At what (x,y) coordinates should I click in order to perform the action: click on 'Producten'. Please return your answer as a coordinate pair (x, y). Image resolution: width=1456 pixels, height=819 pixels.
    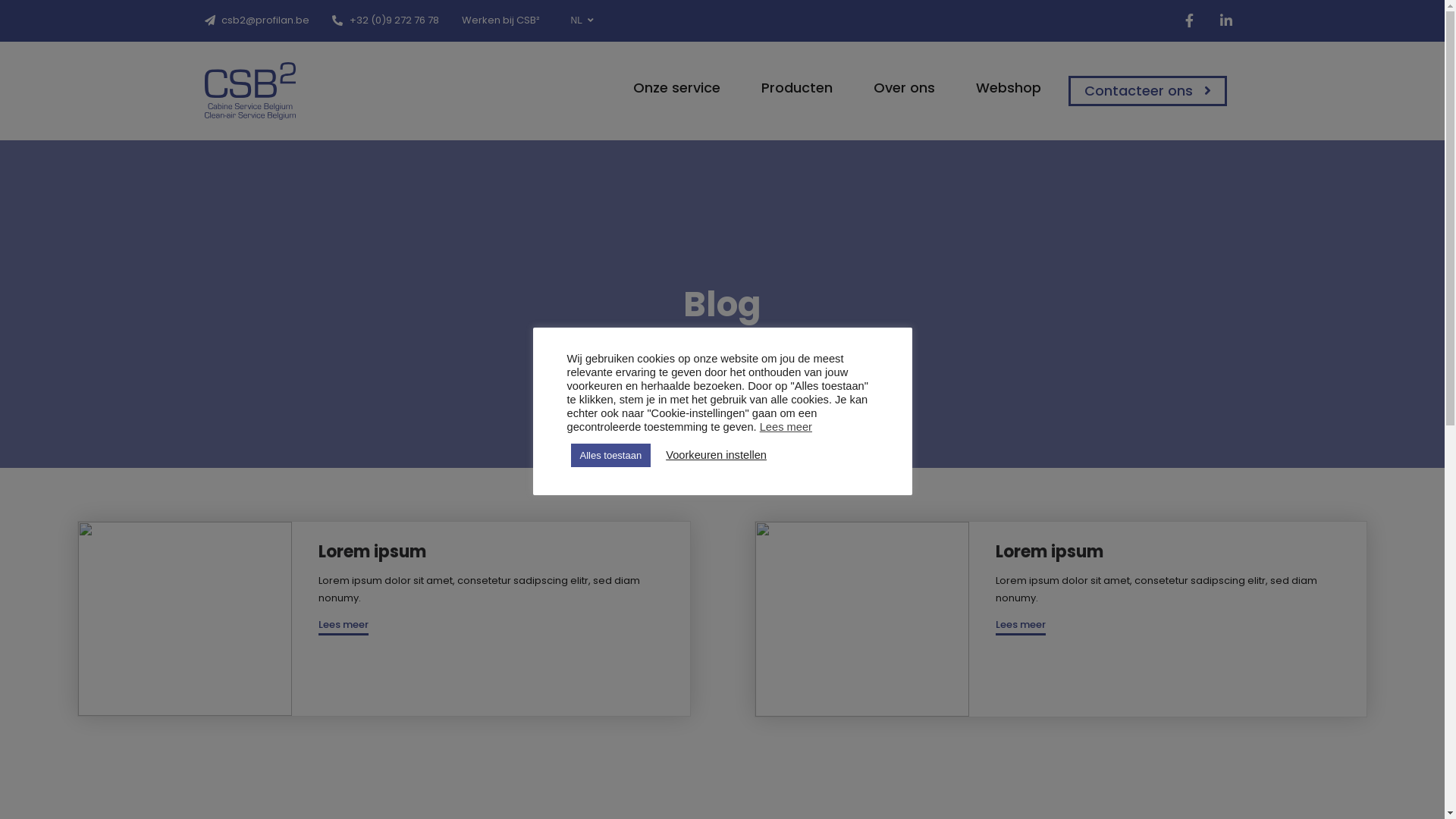
    Looking at the image, I should click on (789, 87).